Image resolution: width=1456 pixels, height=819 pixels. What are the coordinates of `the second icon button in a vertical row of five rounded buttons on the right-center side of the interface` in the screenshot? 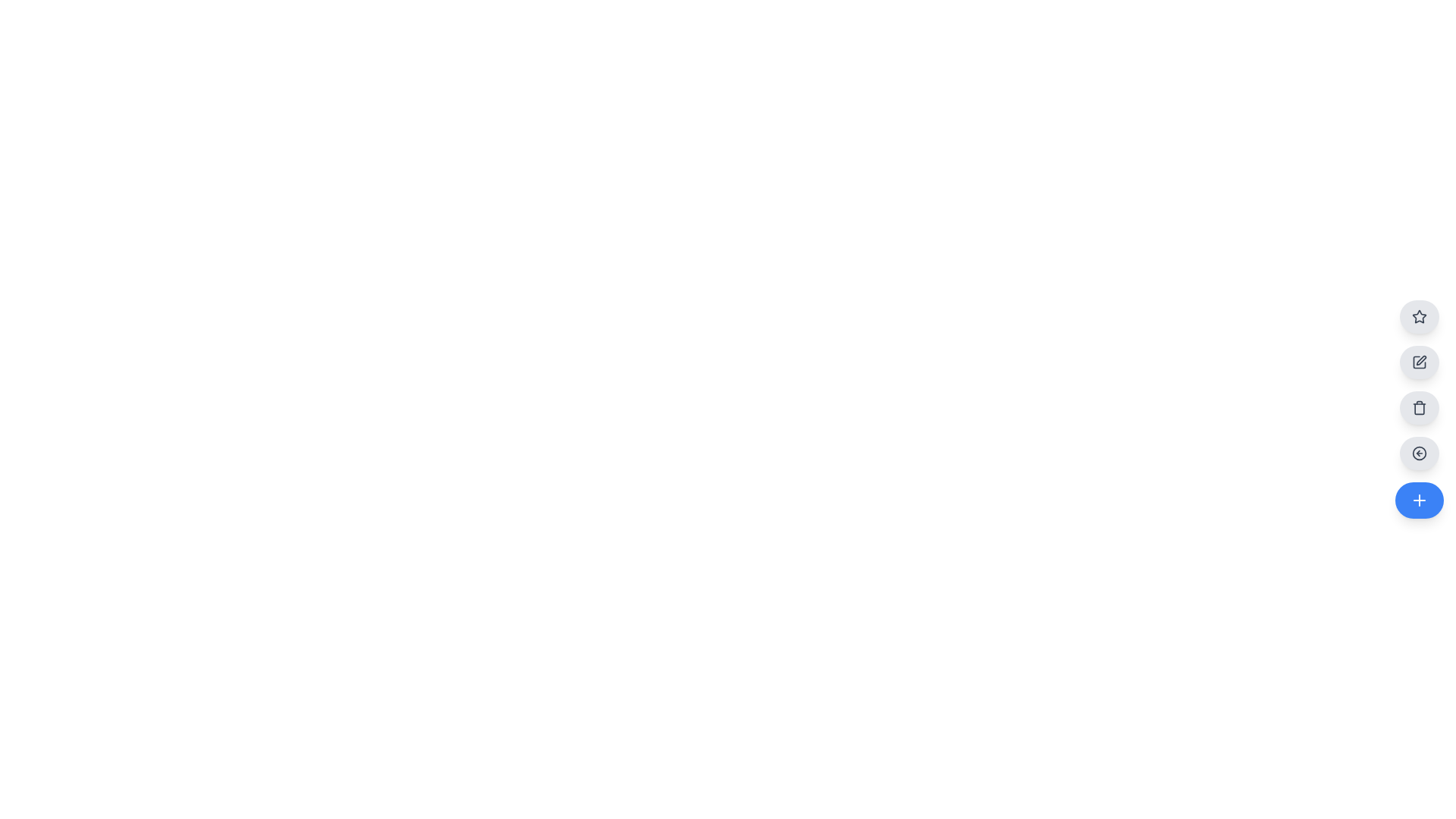 It's located at (1420, 360).